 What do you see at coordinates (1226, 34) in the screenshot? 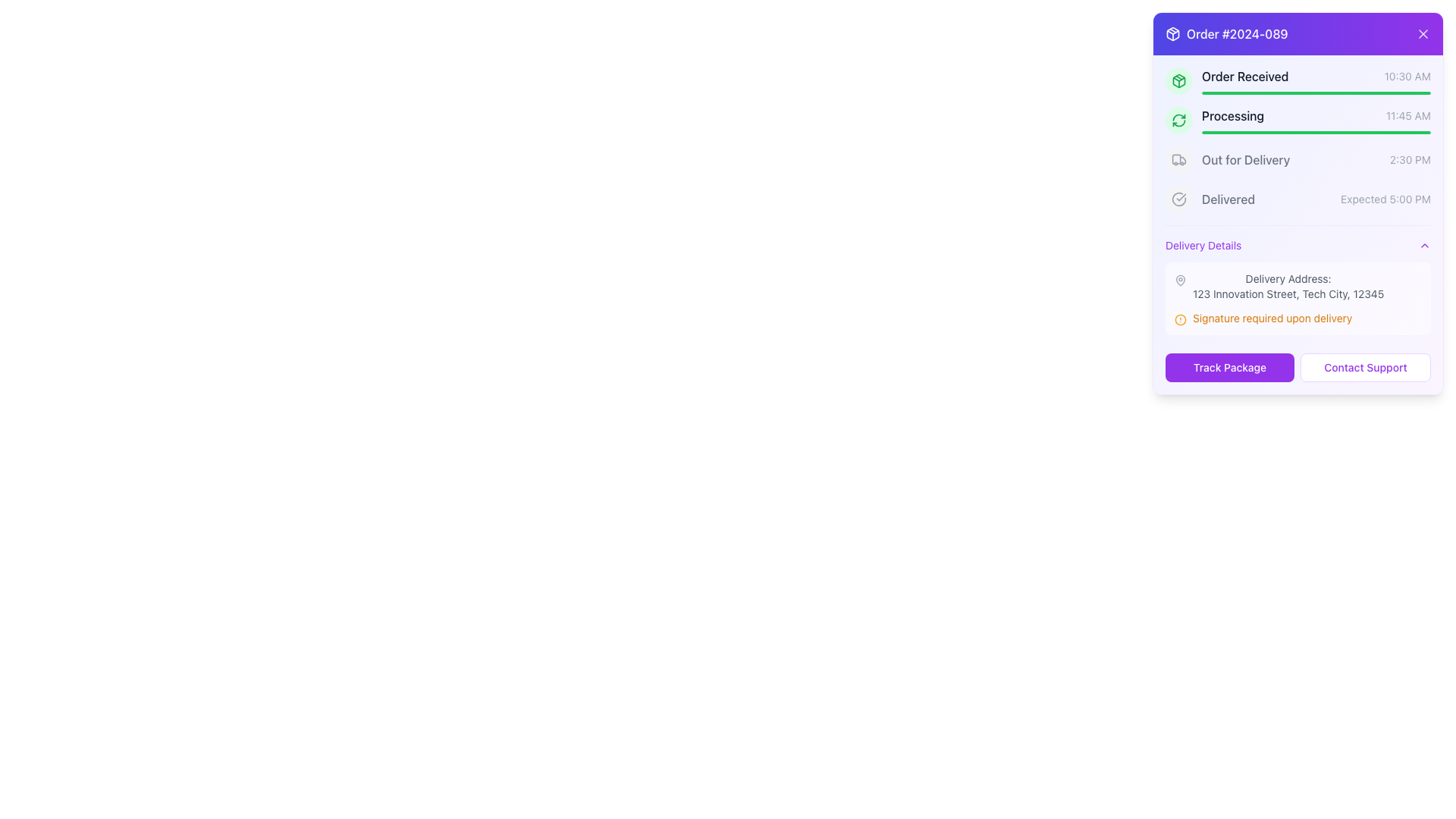
I see `label or header element positioned at the top right of the panel for additional features` at bounding box center [1226, 34].